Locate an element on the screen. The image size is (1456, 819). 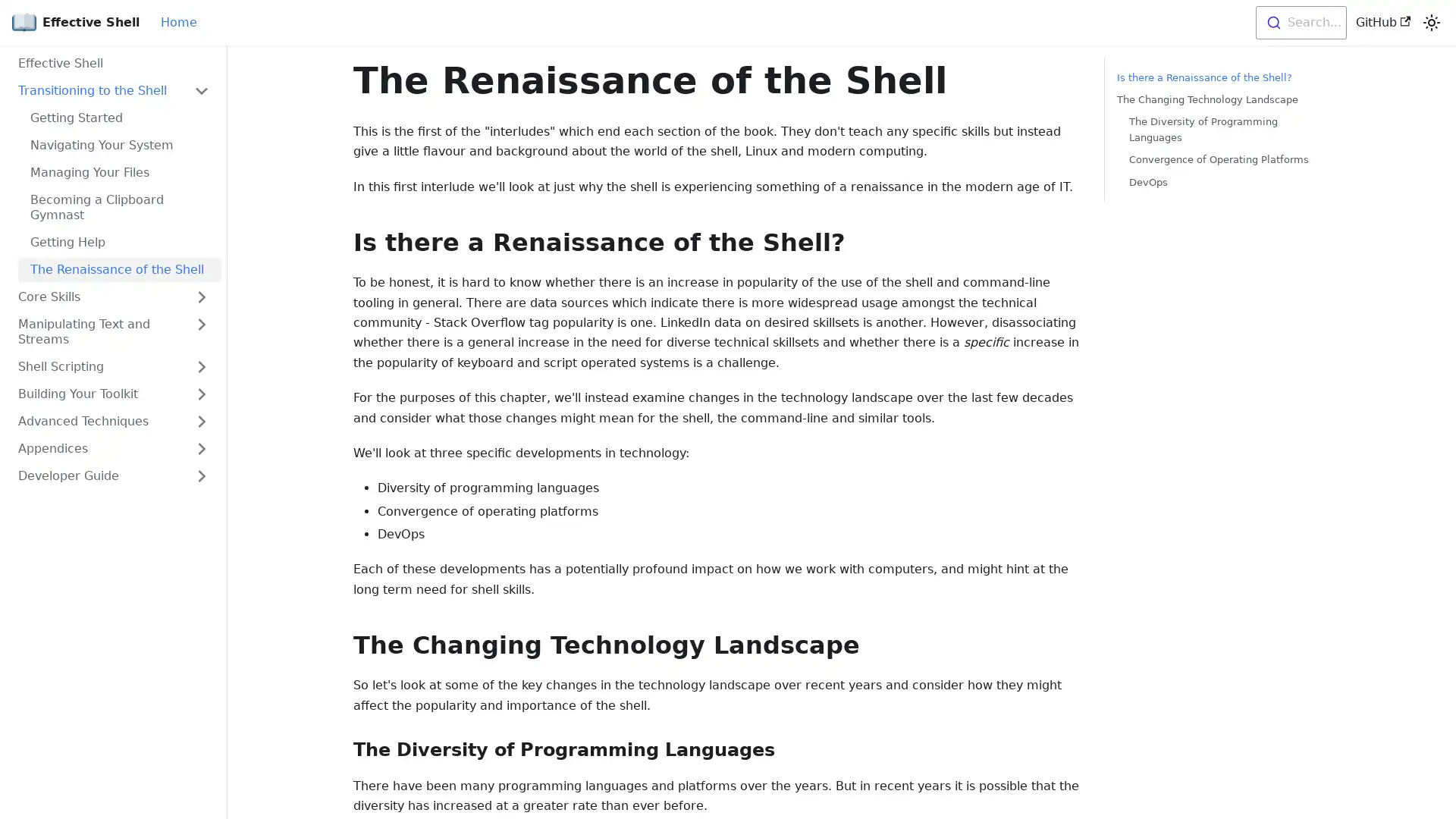
Toggle the collapsible sidebar category 'Advanced Techniques' is located at coordinates (200, 421).